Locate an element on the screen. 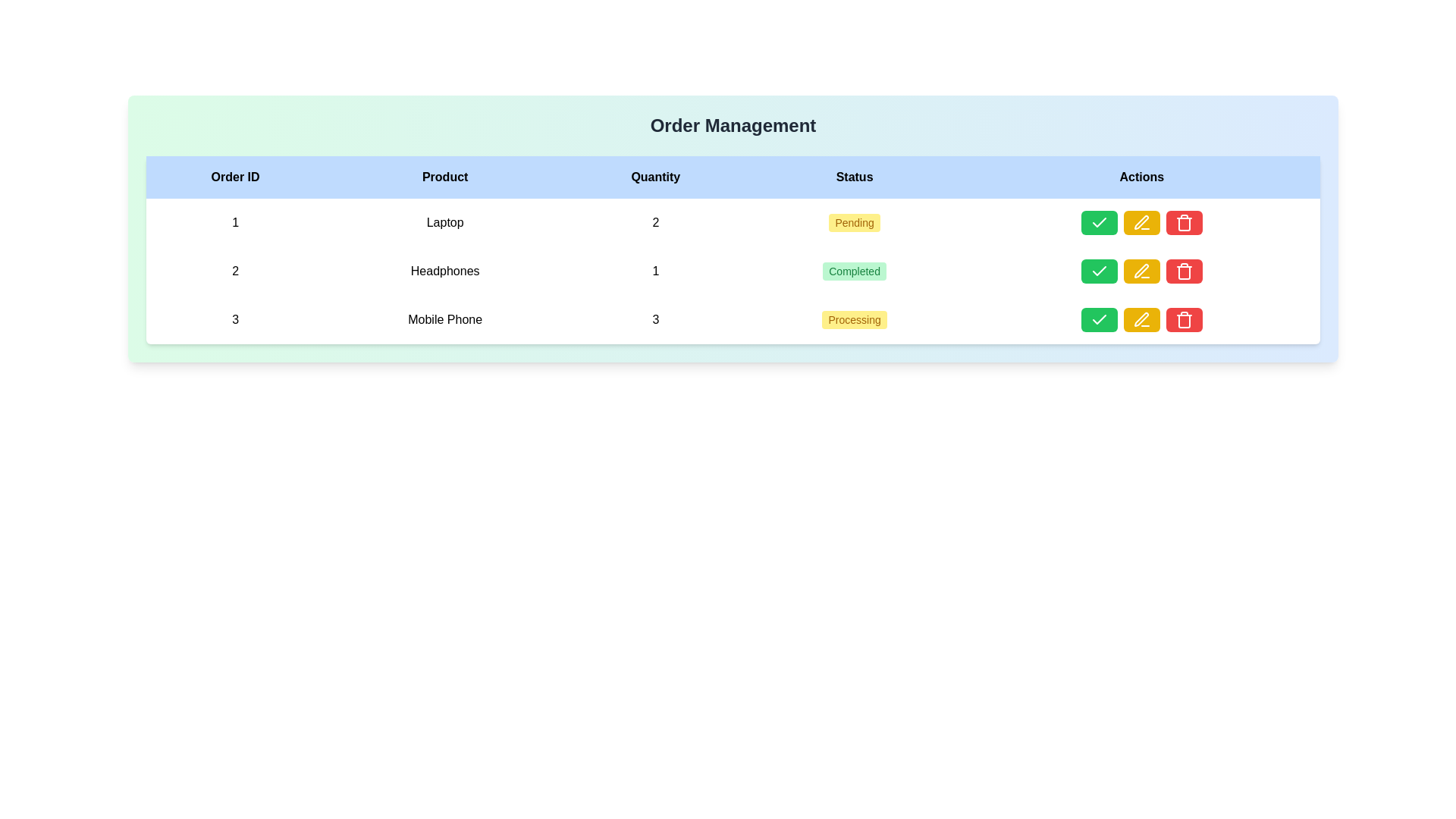 The image size is (1456, 819). the pen icon button in the actions column of the second row to initiate editing is located at coordinates (1141, 222).